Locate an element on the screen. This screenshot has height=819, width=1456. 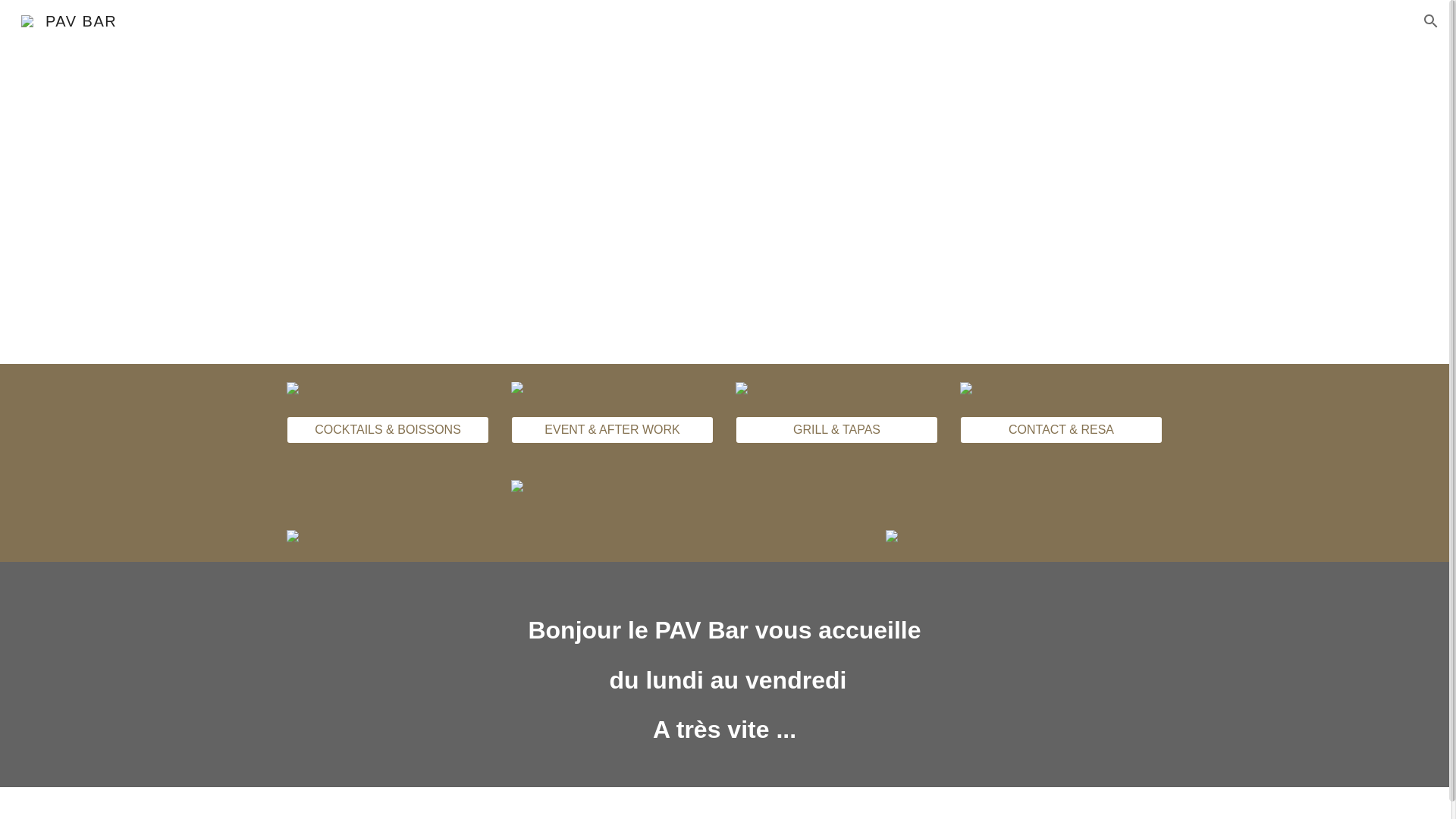
'CONTACT & RESA' is located at coordinates (1059, 430).